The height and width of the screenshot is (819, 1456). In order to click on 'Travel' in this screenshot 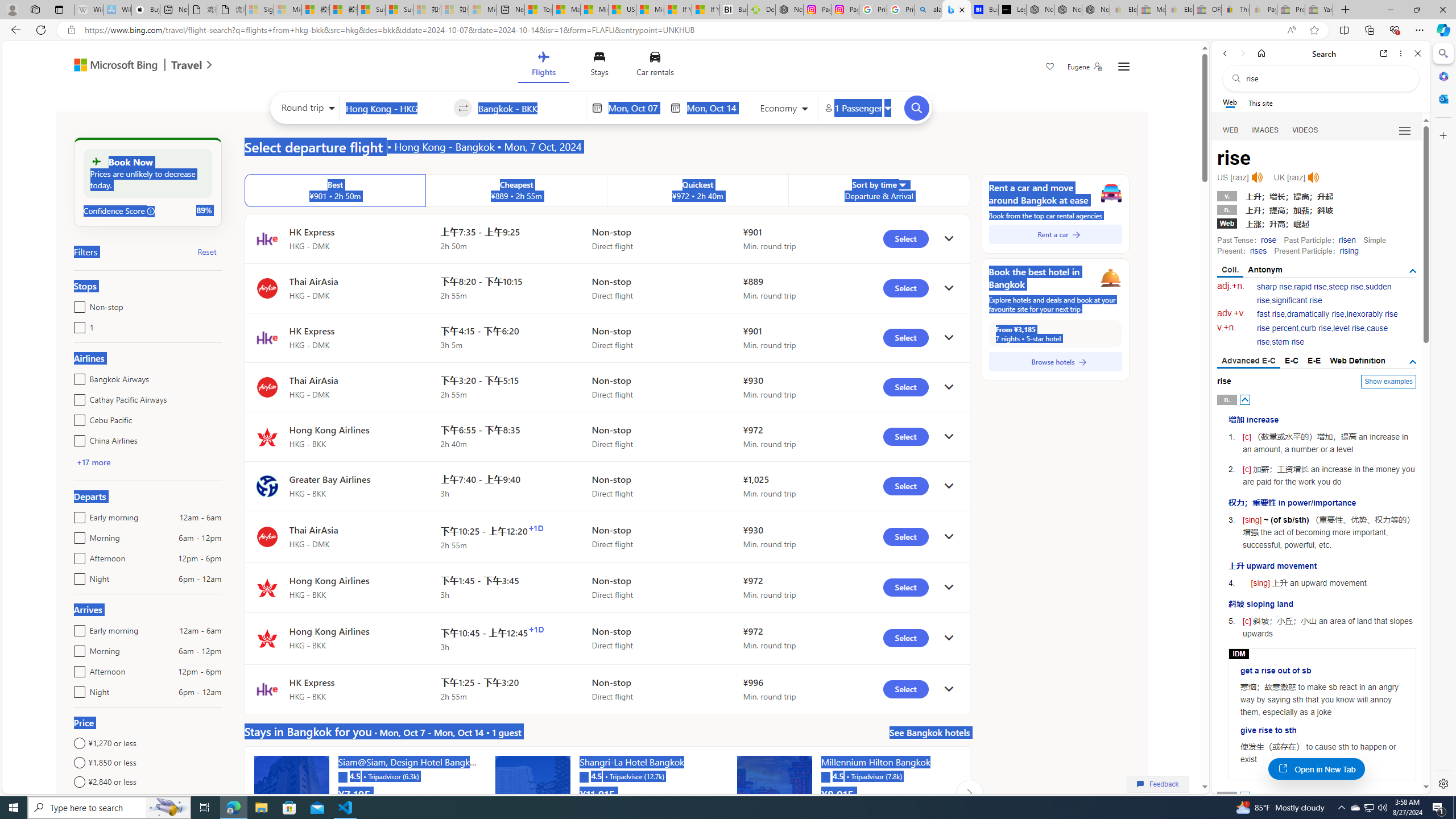, I will do `click(186, 65)`.